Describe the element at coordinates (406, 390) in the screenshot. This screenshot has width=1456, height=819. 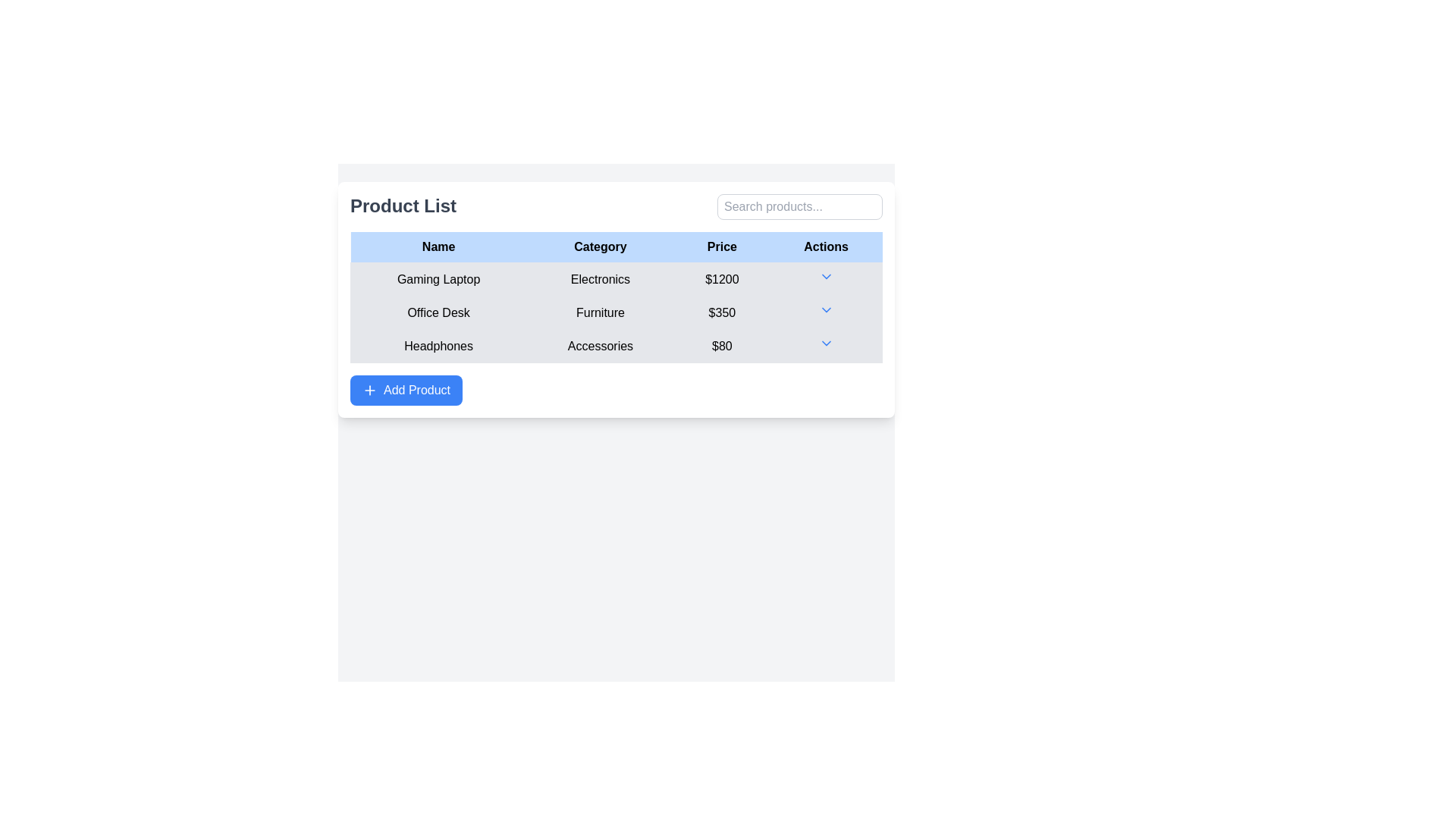
I see `the blue button labeled 'Add Product' with a plus icon` at that location.